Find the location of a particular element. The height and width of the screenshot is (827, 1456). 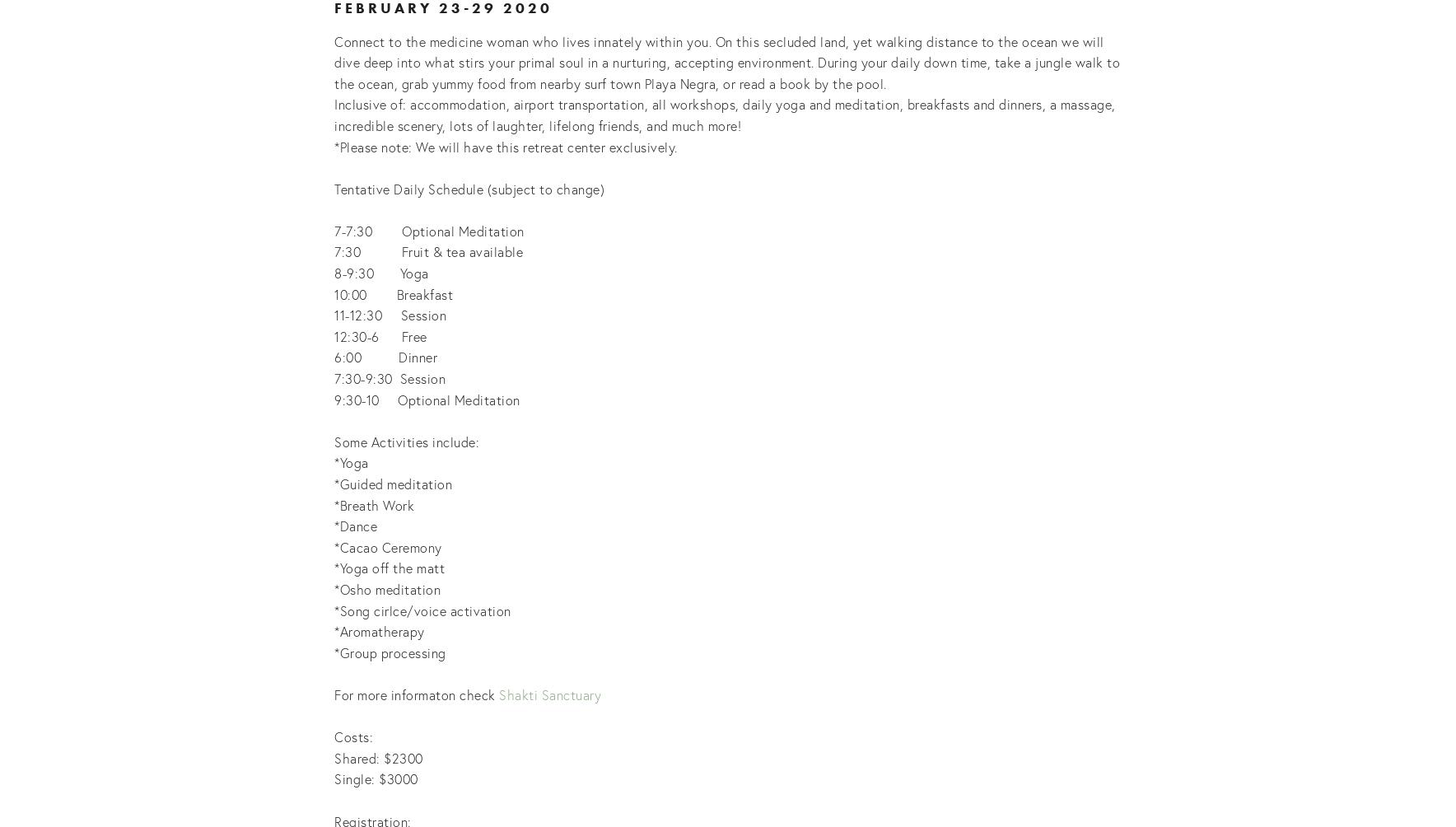

'10:00        Breakfast' is located at coordinates (393, 293).